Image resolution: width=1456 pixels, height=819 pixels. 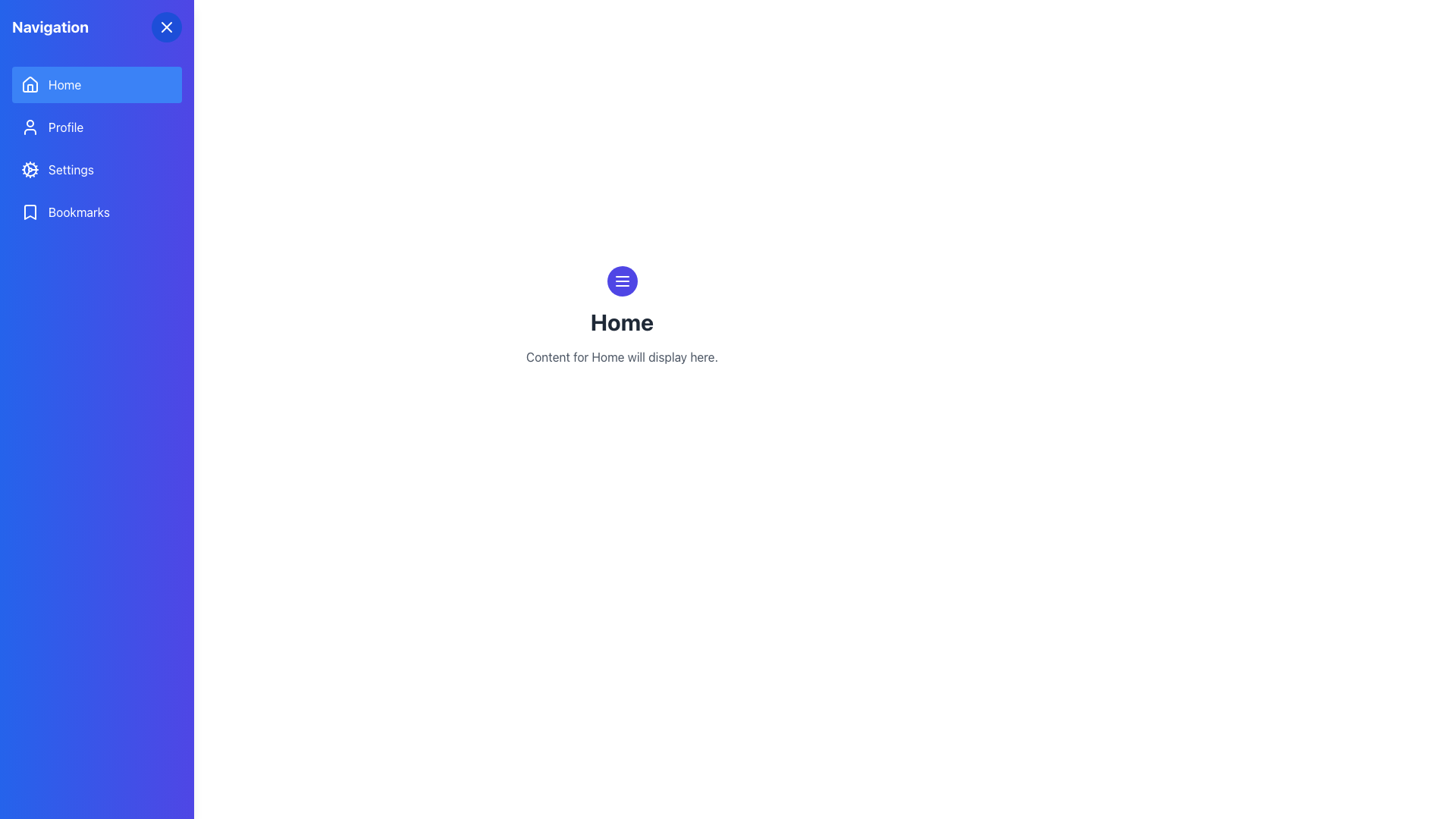 What do you see at coordinates (64, 84) in the screenshot?
I see `the 'Home' text label in the sidebar navigation menu` at bounding box center [64, 84].